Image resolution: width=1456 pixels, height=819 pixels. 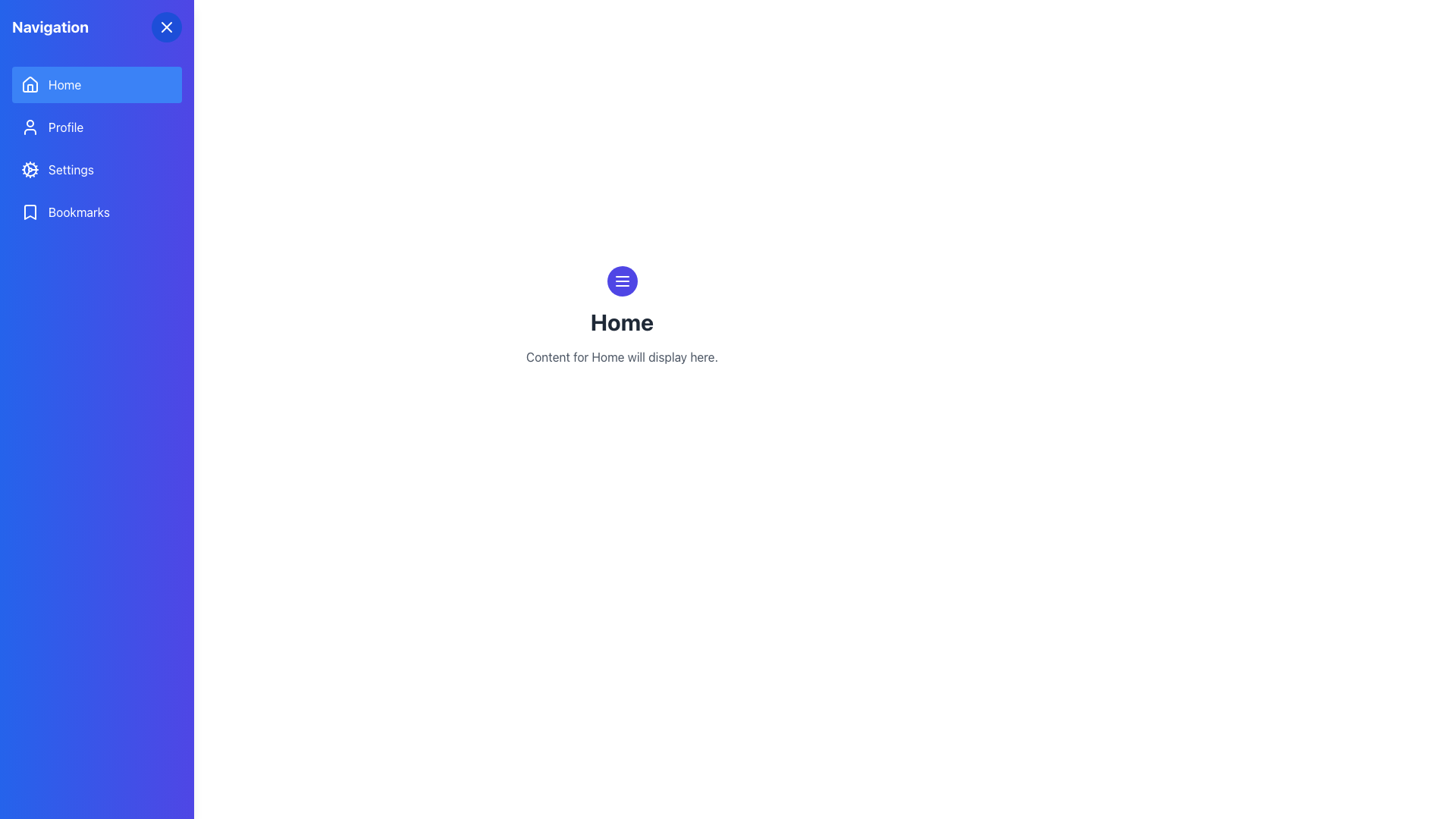 What do you see at coordinates (64, 84) in the screenshot?
I see `the 'Home' text label in the sidebar navigation menu` at bounding box center [64, 84].